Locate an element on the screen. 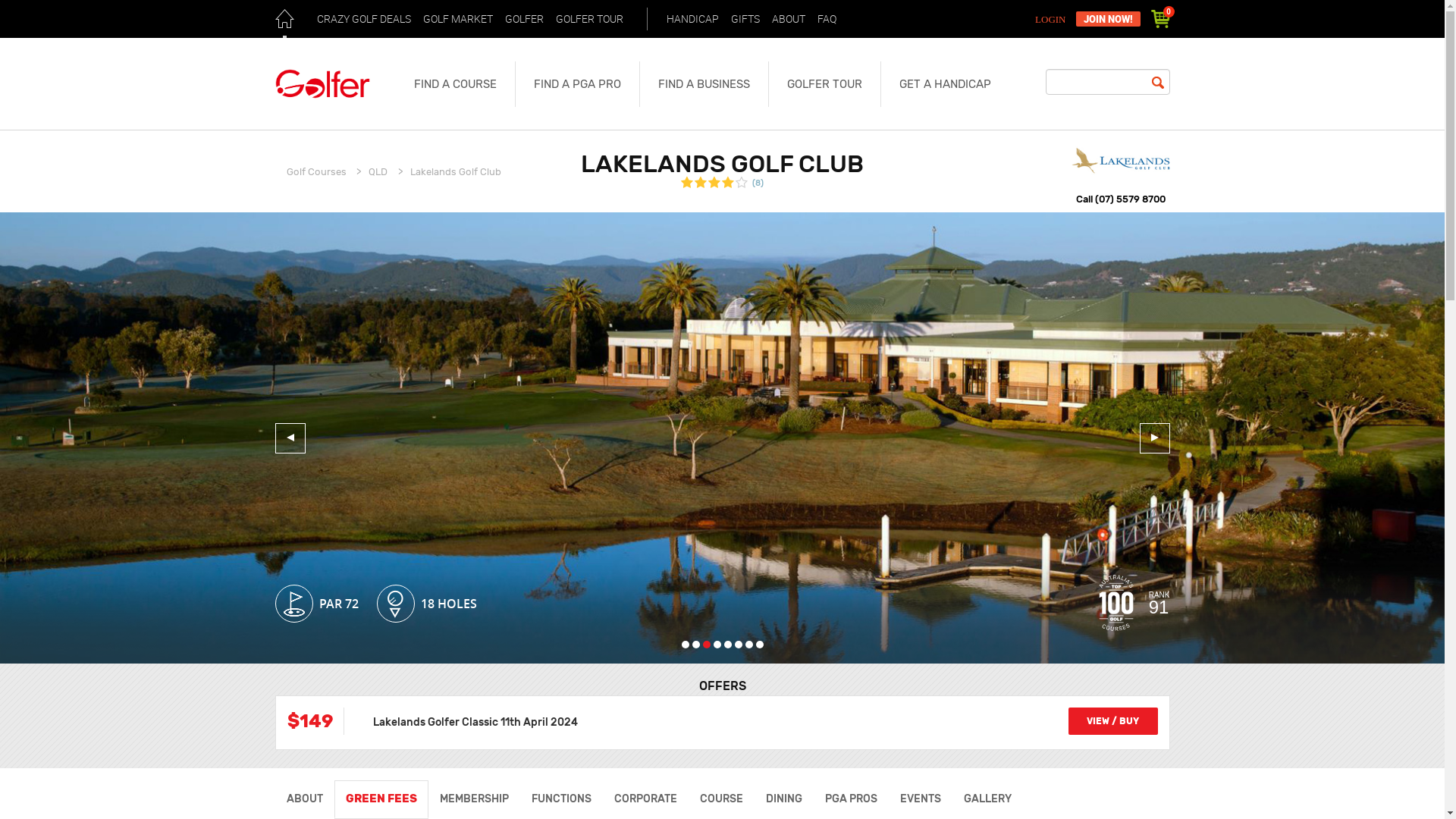 This screenshot has height=819, width=1456. 'FAQ' is located at coordinates (825, 18).